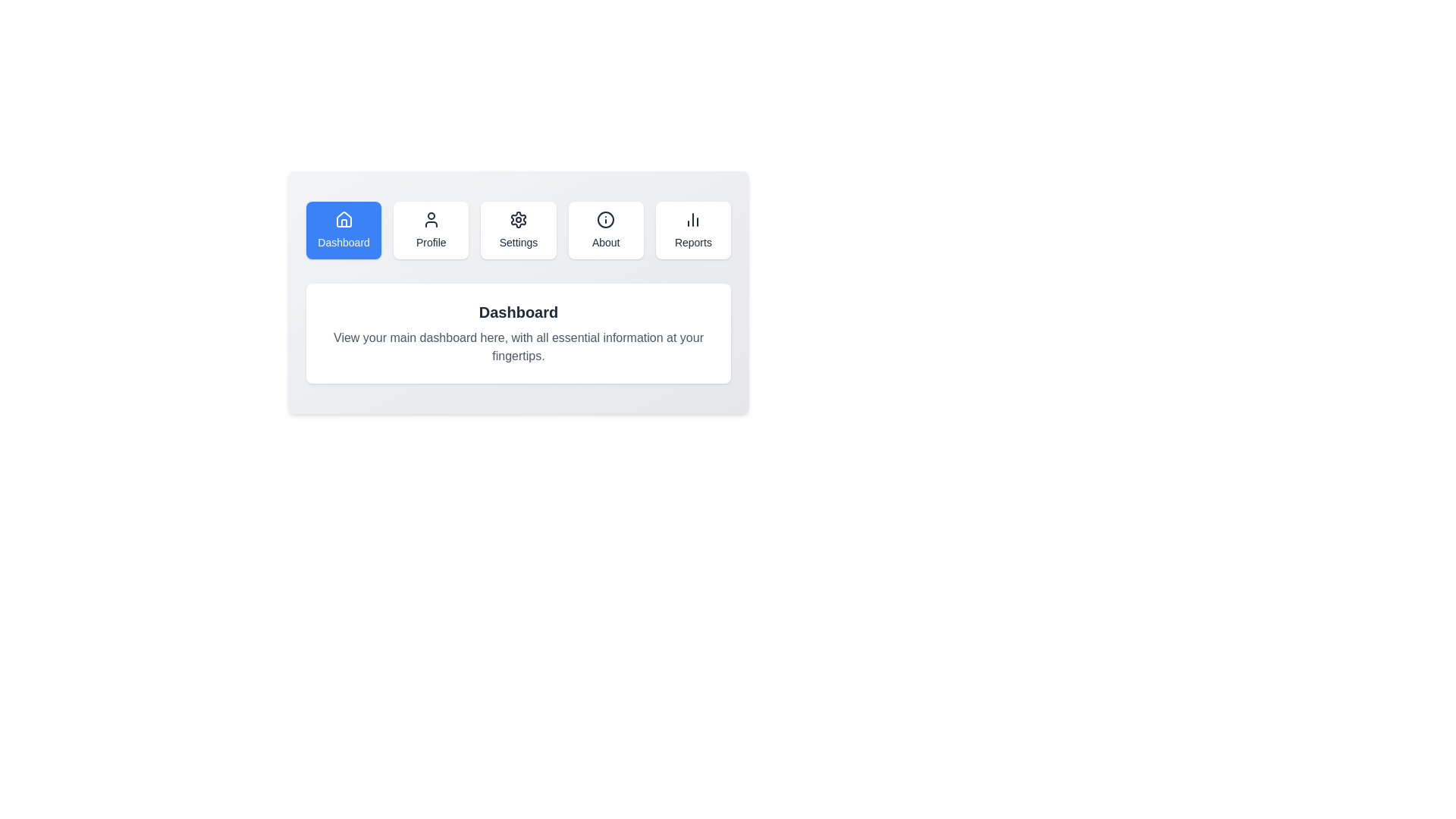  What do you see at coordinates (343, 219) in the screenshot?
I see `the icon of the Dashboard tab to examine its visual details` at bounding box center [343, 219].